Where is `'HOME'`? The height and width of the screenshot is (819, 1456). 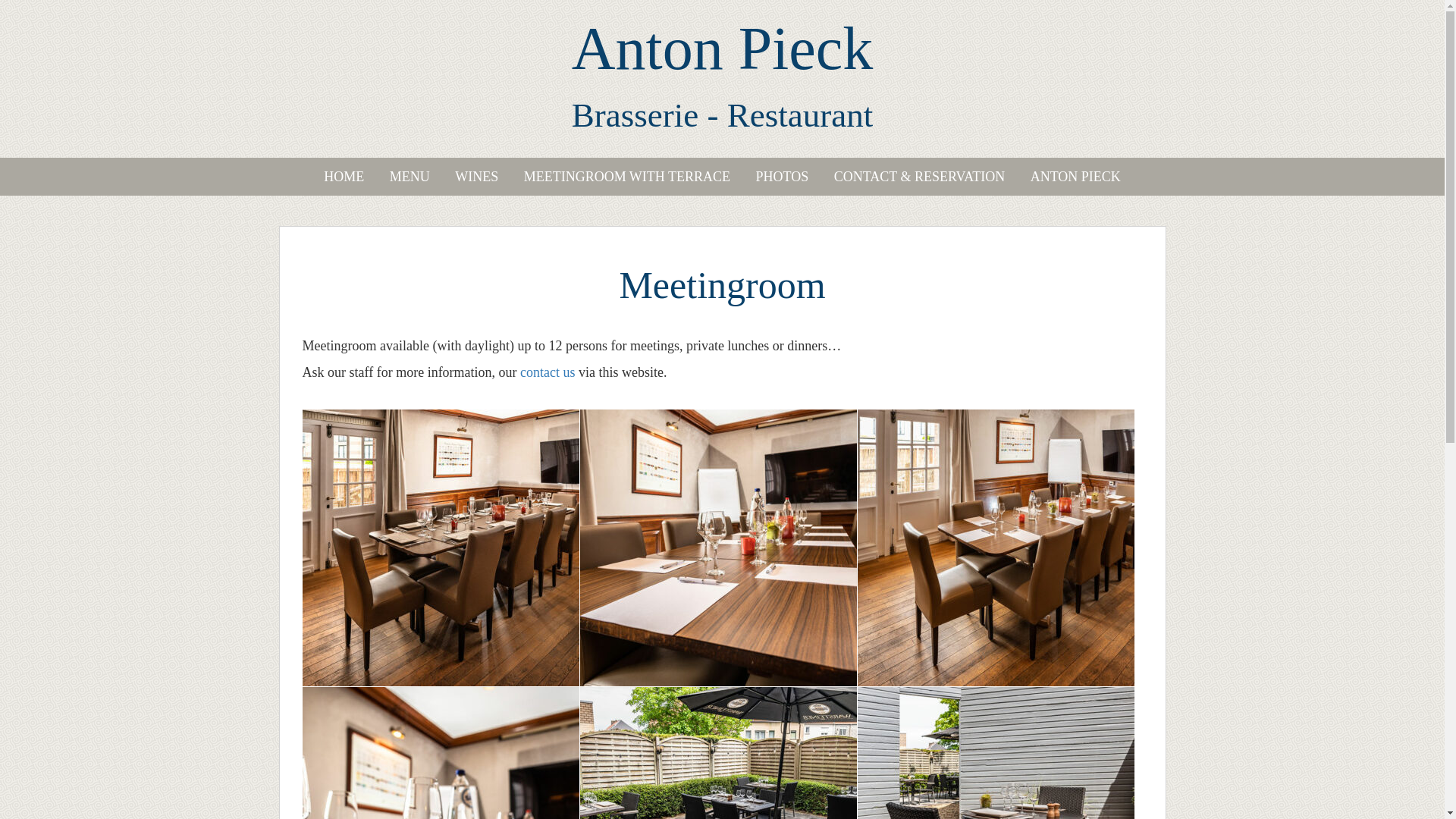
'HOME' is located at coordinates (343, 175).